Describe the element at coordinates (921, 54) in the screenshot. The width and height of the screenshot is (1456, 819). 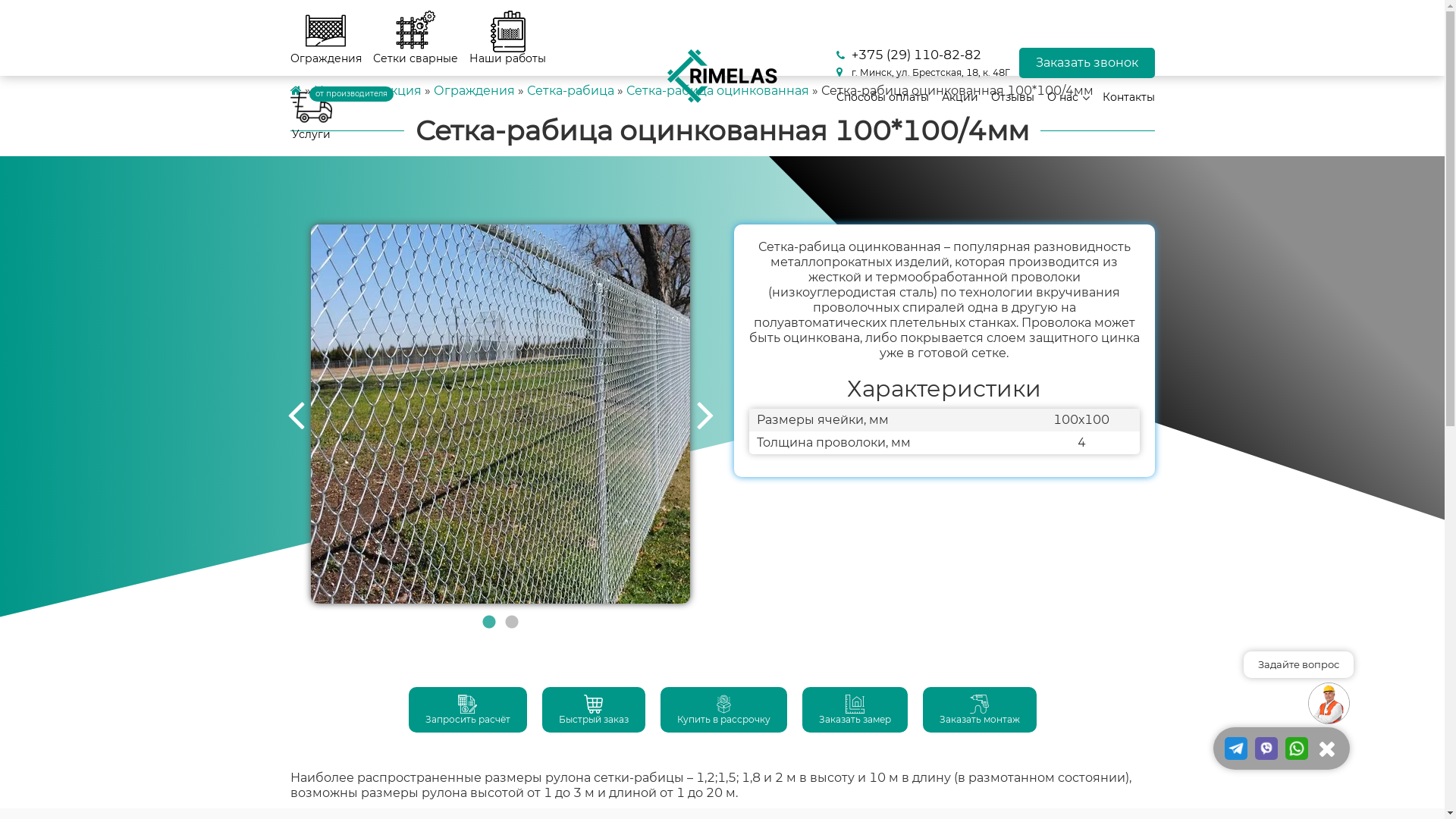
I see `'+375 (29) 110-82-82'` at that location.